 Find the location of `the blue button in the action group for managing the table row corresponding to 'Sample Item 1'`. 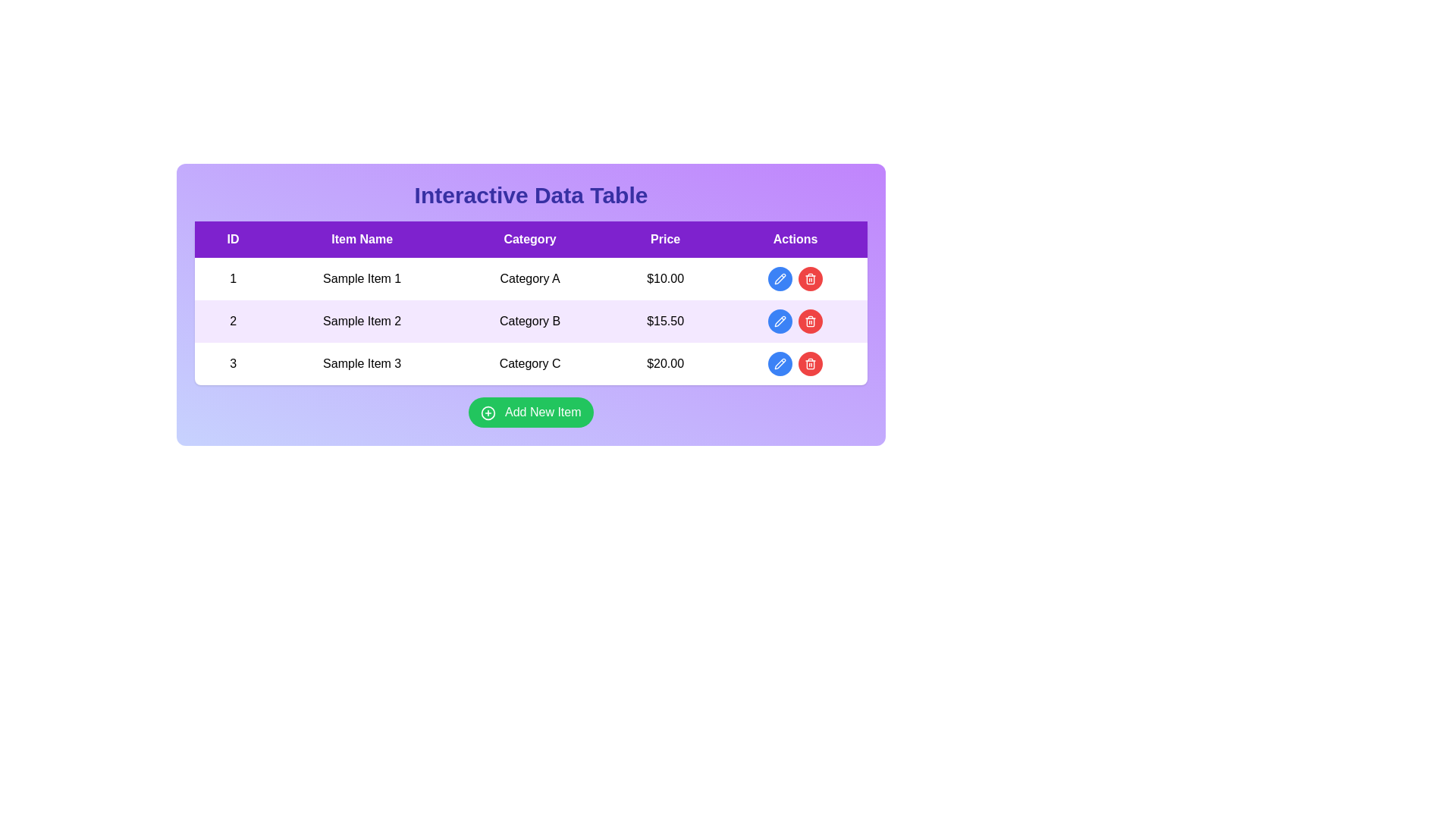

the blue button in the action group for managing the table row corresponding to 'Sample Item 1' is located at coordinates (795, 278).